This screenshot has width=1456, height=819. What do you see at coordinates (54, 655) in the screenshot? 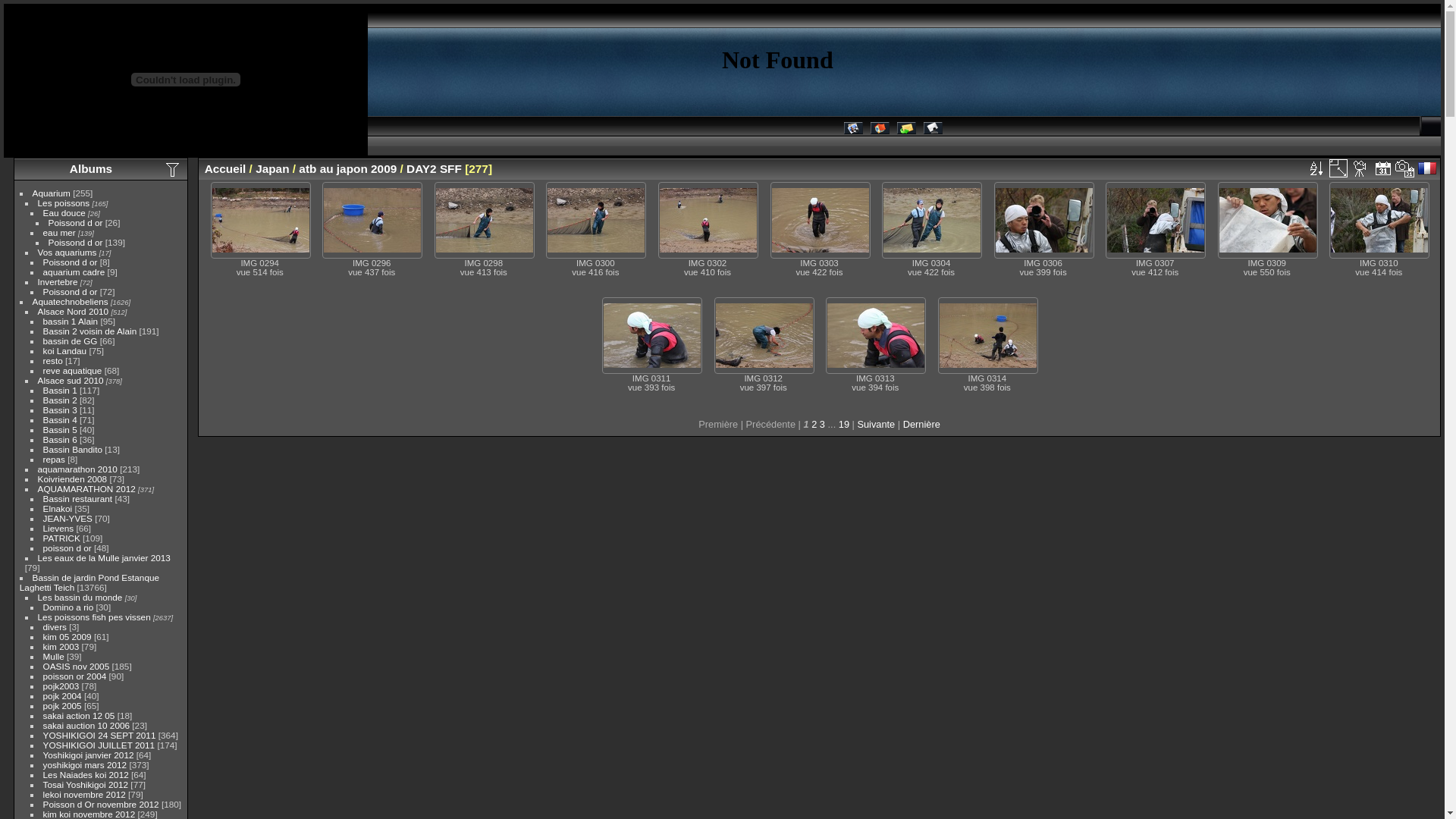
I see `'Mulle'` at bounding box center [54, 655].